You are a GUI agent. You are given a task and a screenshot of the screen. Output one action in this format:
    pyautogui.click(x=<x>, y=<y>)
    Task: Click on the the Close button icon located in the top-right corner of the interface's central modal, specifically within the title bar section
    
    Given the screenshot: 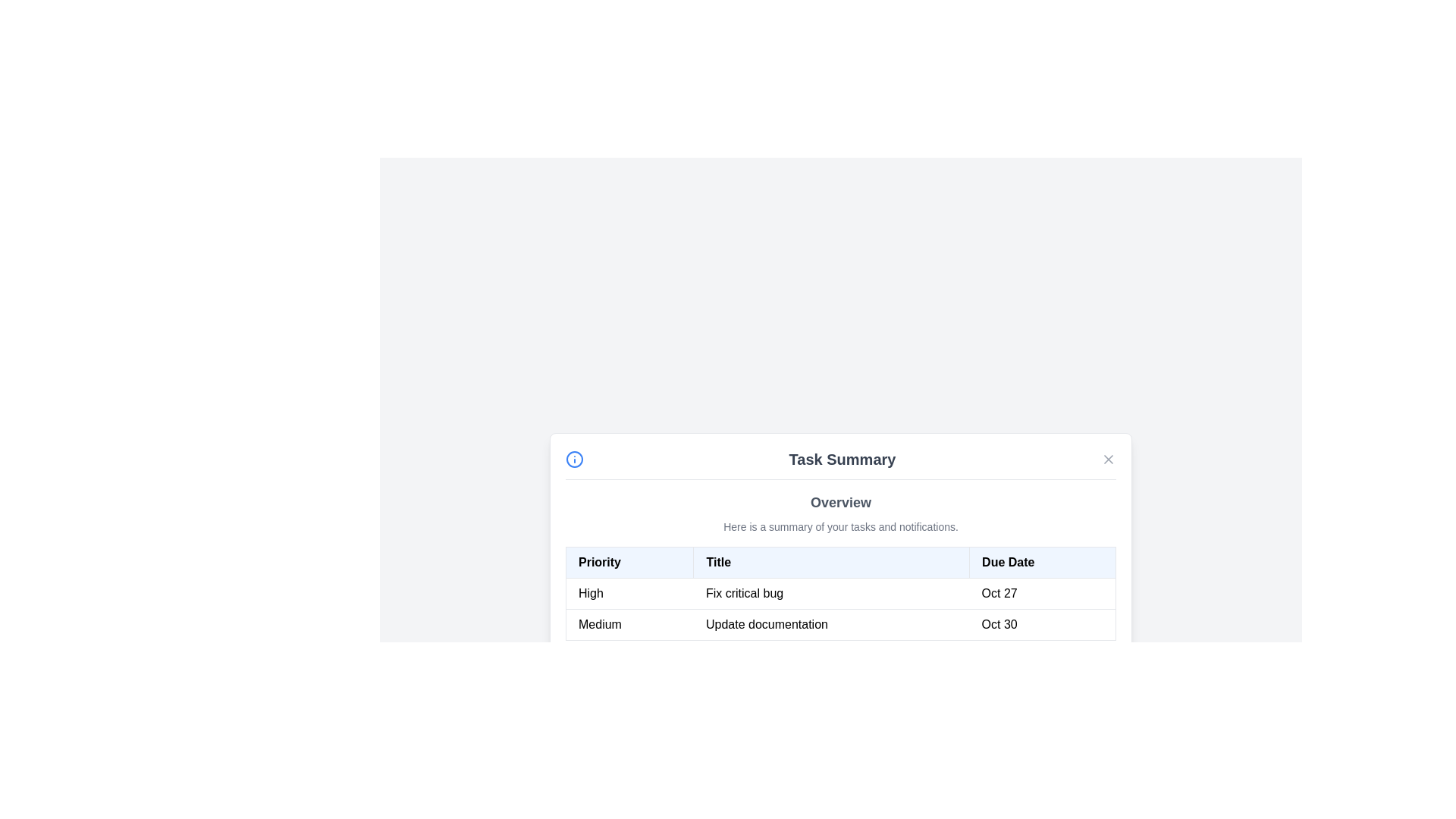 What is the action you would take?
    pyautogui.click(x=1109, y=458)
    